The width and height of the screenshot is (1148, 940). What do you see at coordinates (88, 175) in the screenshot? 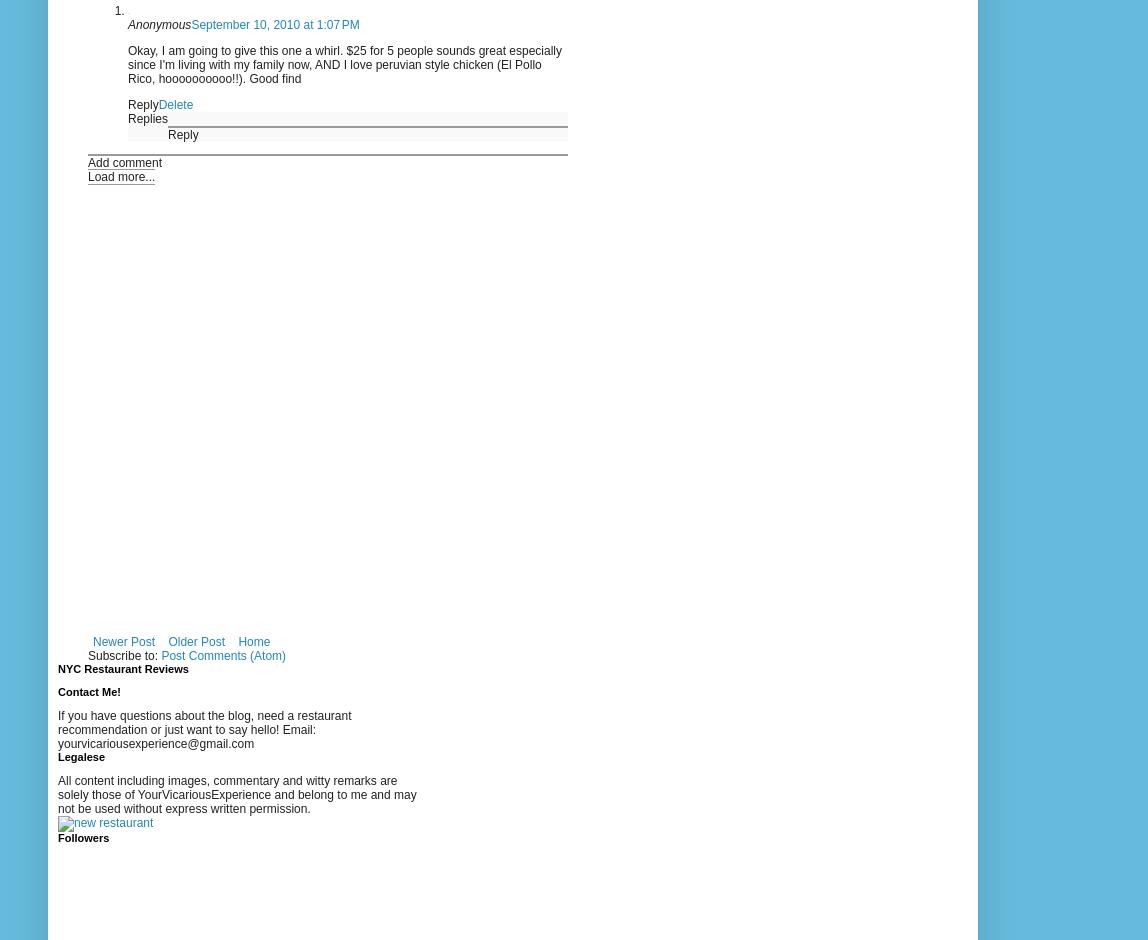
I see `'Load more...'` at bounding box center [88, 175].